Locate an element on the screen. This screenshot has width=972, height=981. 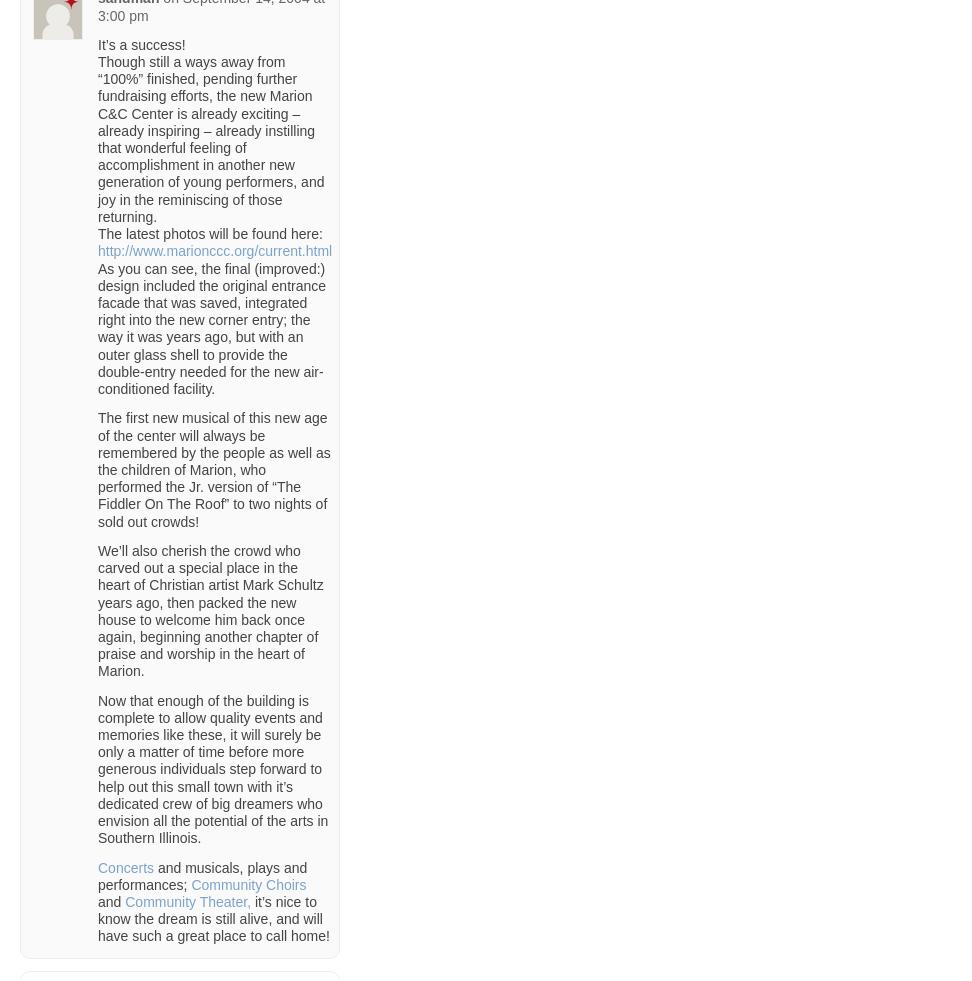
'and' is located at coordinates (110, 902).